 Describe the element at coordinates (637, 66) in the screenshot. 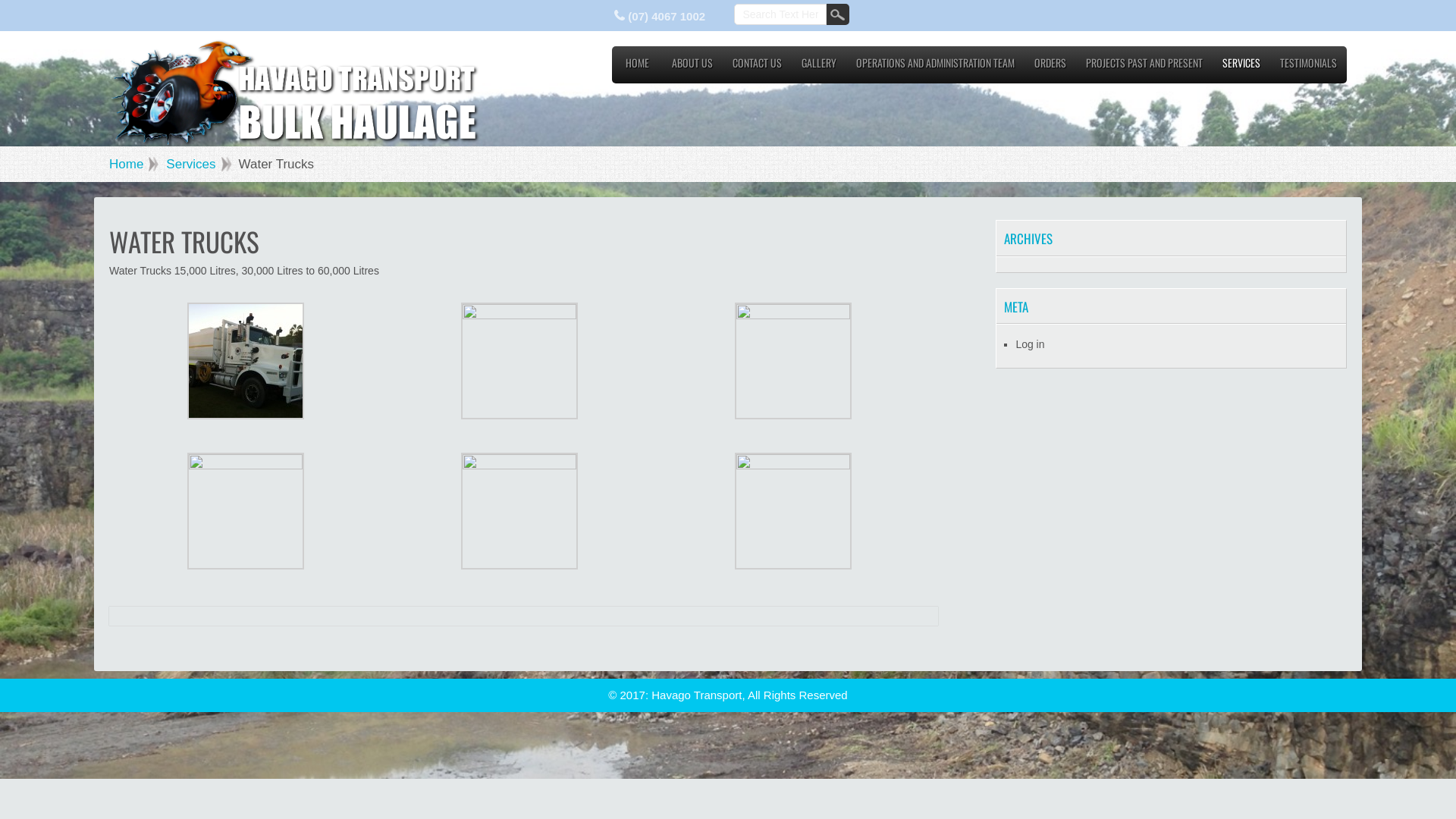

I see `'HOME'` at that location.